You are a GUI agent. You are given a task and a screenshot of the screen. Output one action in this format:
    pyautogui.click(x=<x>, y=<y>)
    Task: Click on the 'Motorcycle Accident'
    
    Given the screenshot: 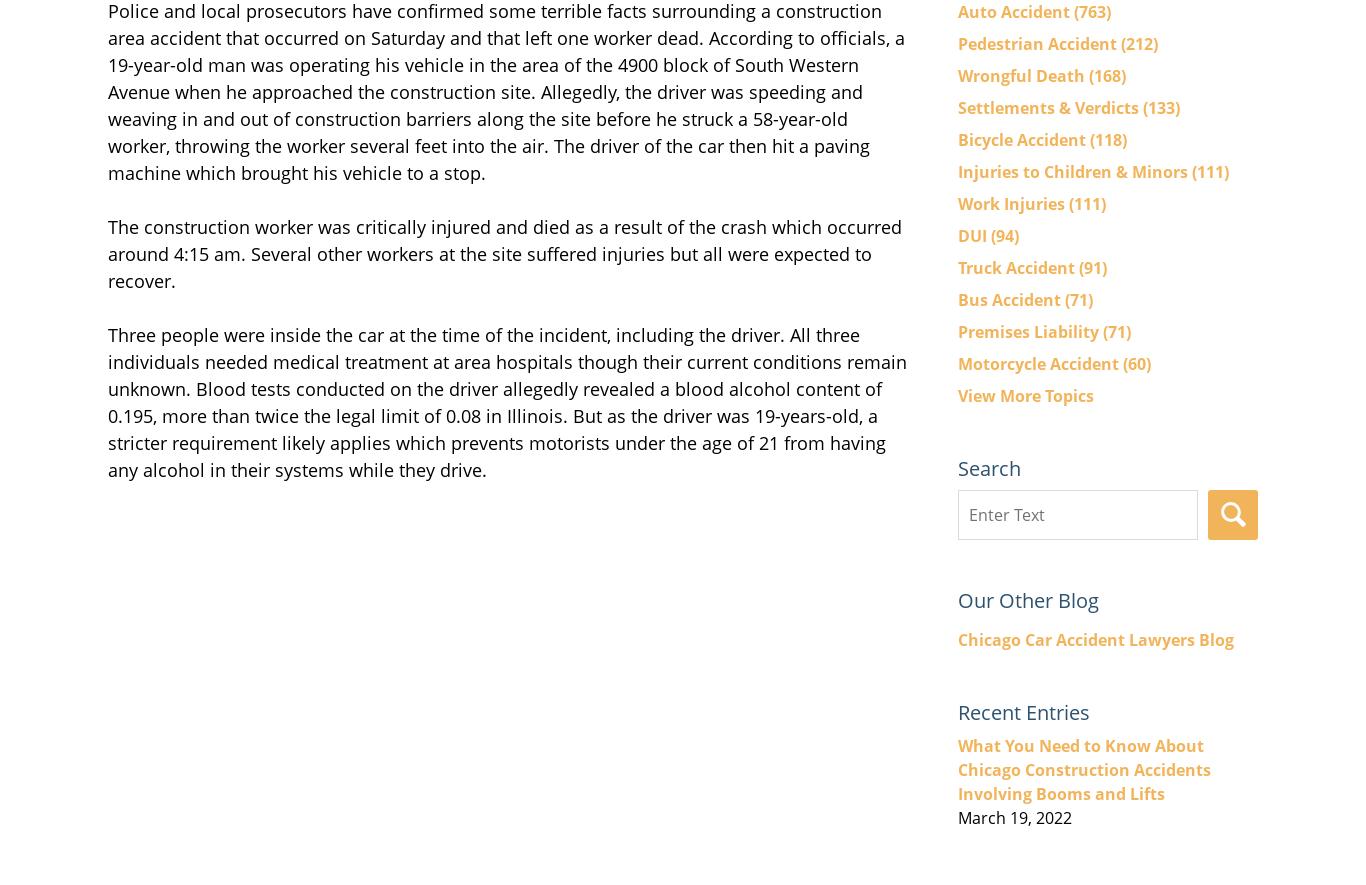 What is the action you would take?
    pyautogui.click(x=1039, y=362)
    